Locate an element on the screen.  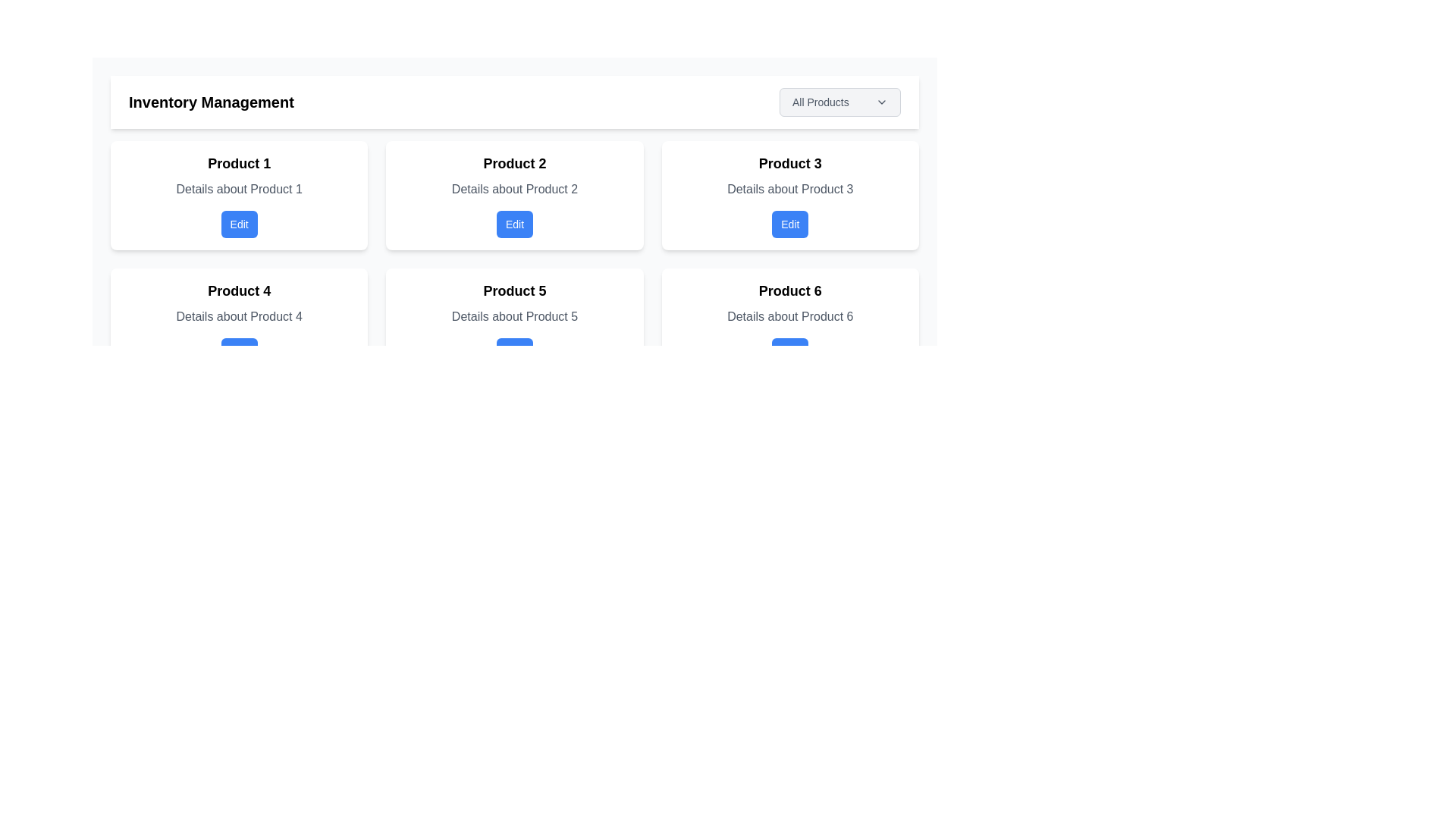
the text label 'Product 2' which is prominently displayed in bold font at the top center of the second card in a grid layout is located at coordinates (514, 164).